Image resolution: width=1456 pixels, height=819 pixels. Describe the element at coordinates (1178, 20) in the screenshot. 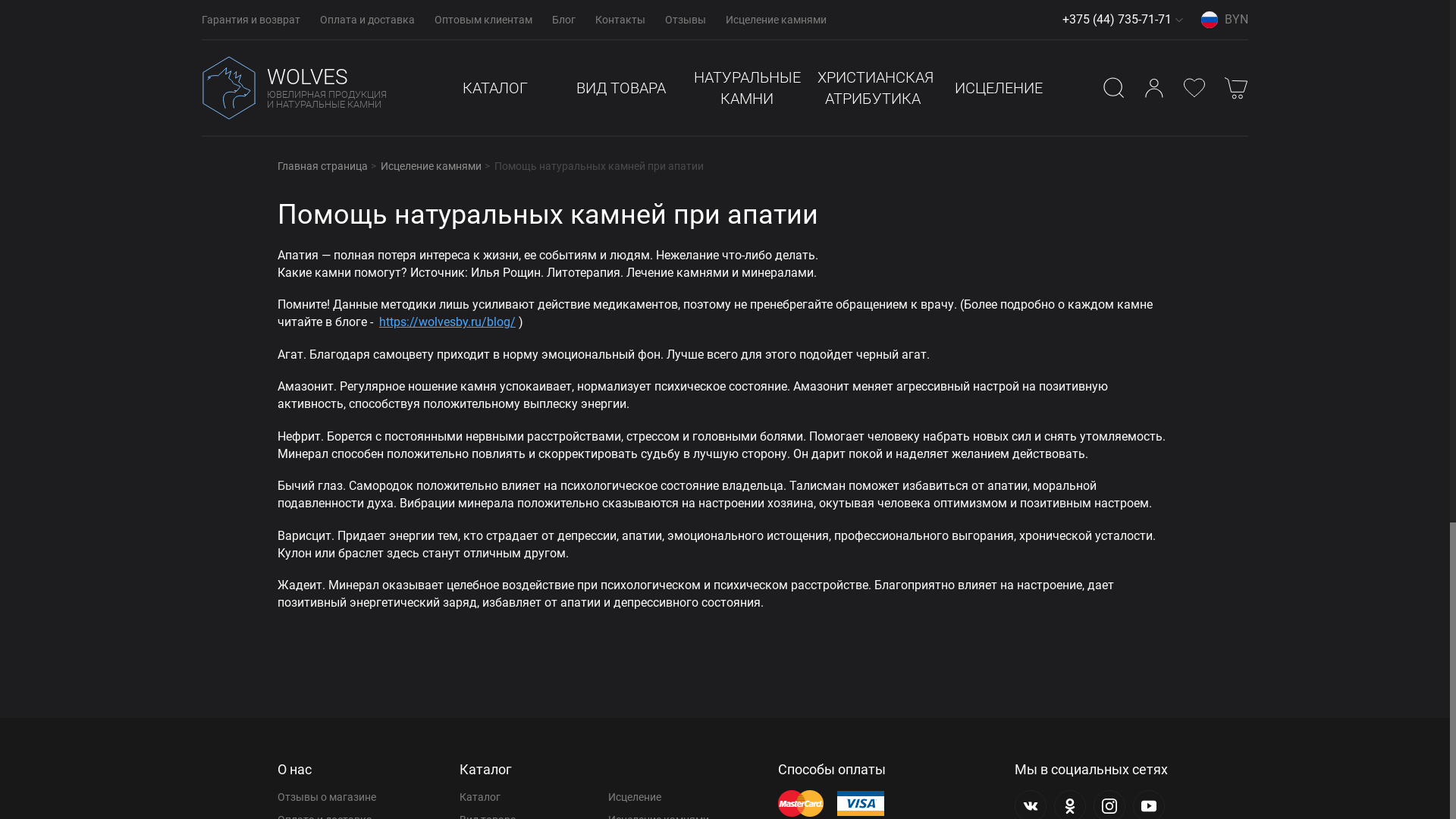

I see `'Show phones'` at that location.